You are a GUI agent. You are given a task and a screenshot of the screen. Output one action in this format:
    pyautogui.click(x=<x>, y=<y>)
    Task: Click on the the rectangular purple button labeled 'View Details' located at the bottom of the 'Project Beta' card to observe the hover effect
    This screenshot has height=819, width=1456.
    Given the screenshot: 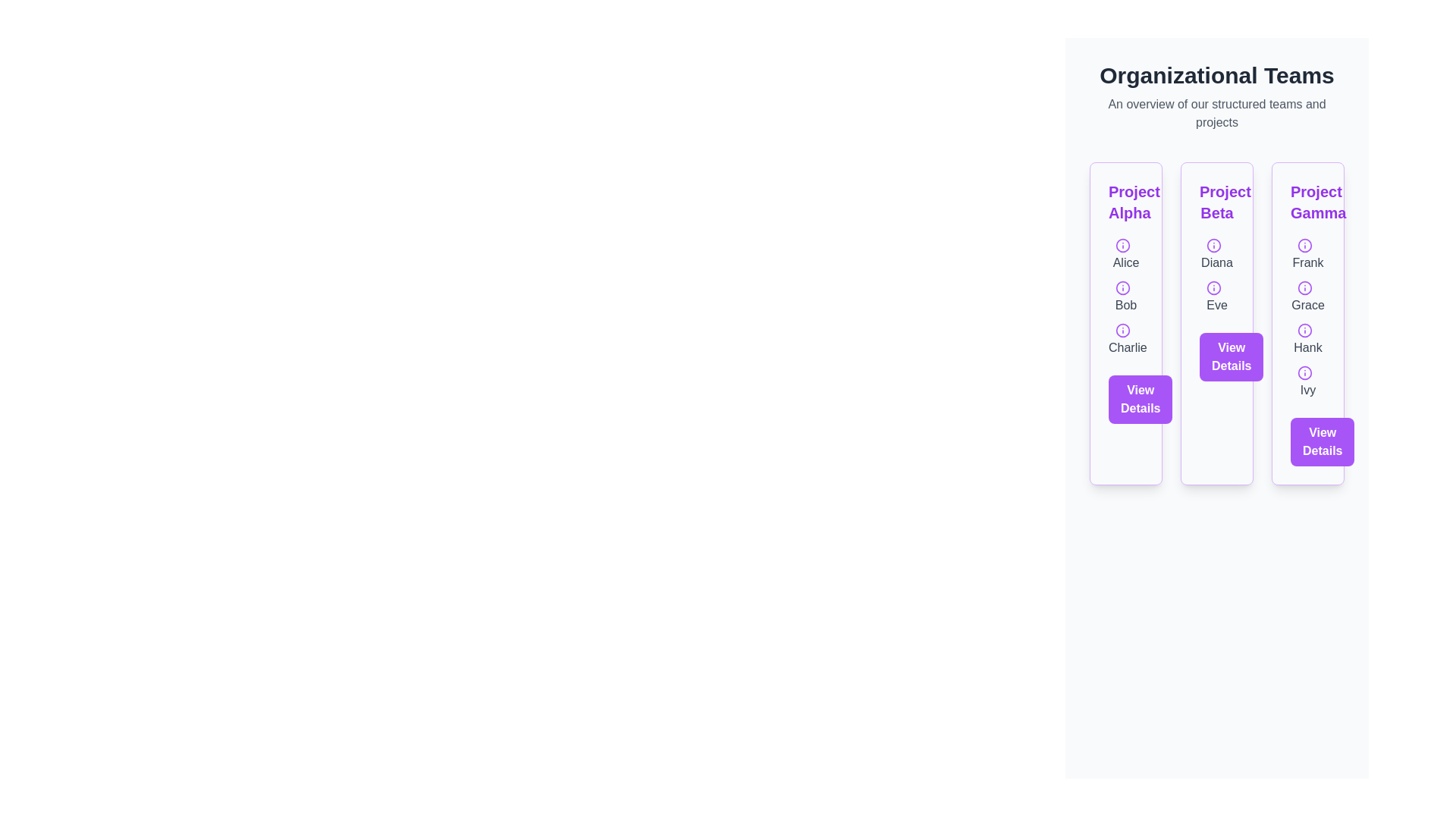 What is the action you would take?
    pyautogui.click(x=1232, y=356)
    